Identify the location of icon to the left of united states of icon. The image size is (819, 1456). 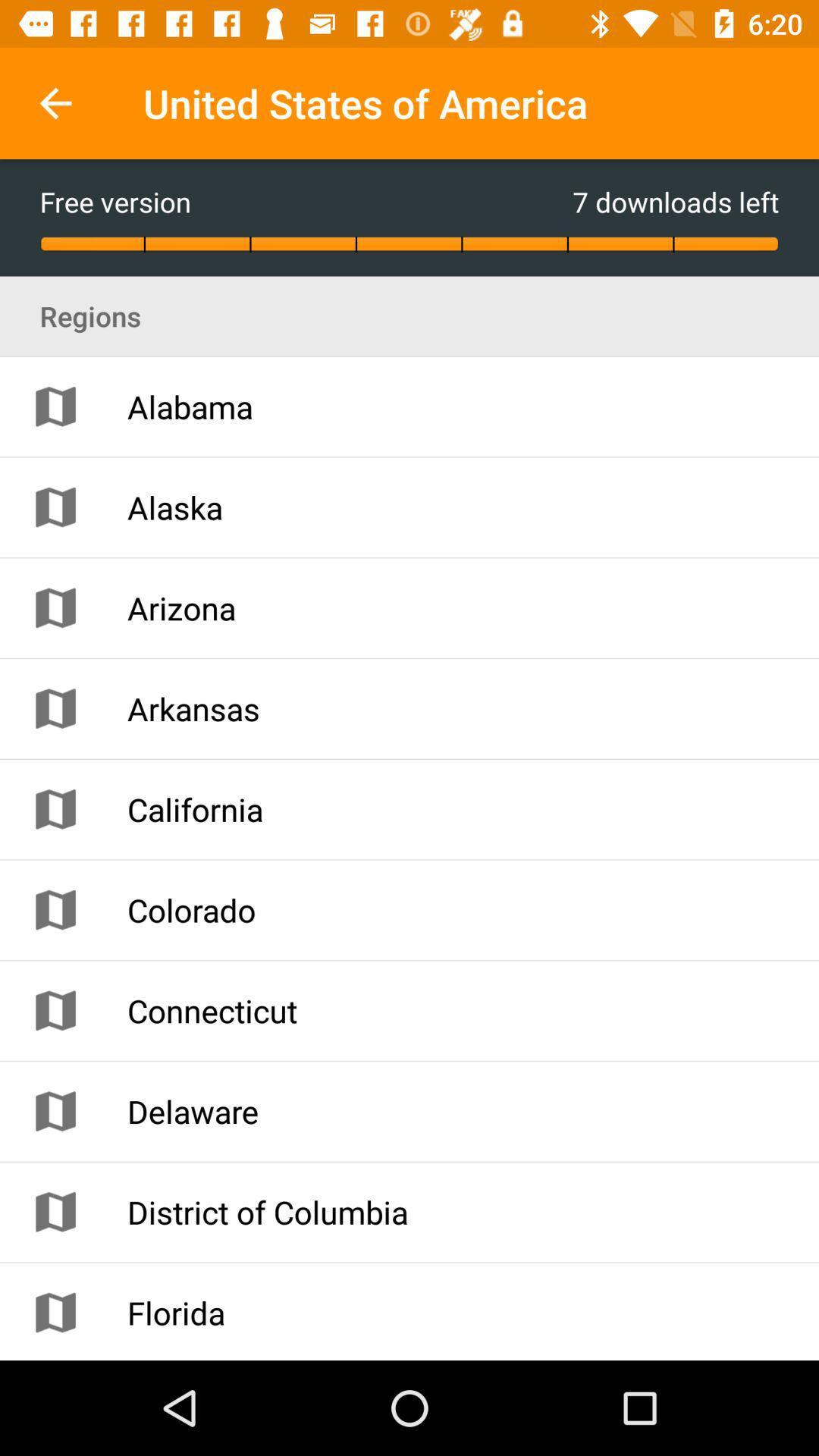
(55, 102).